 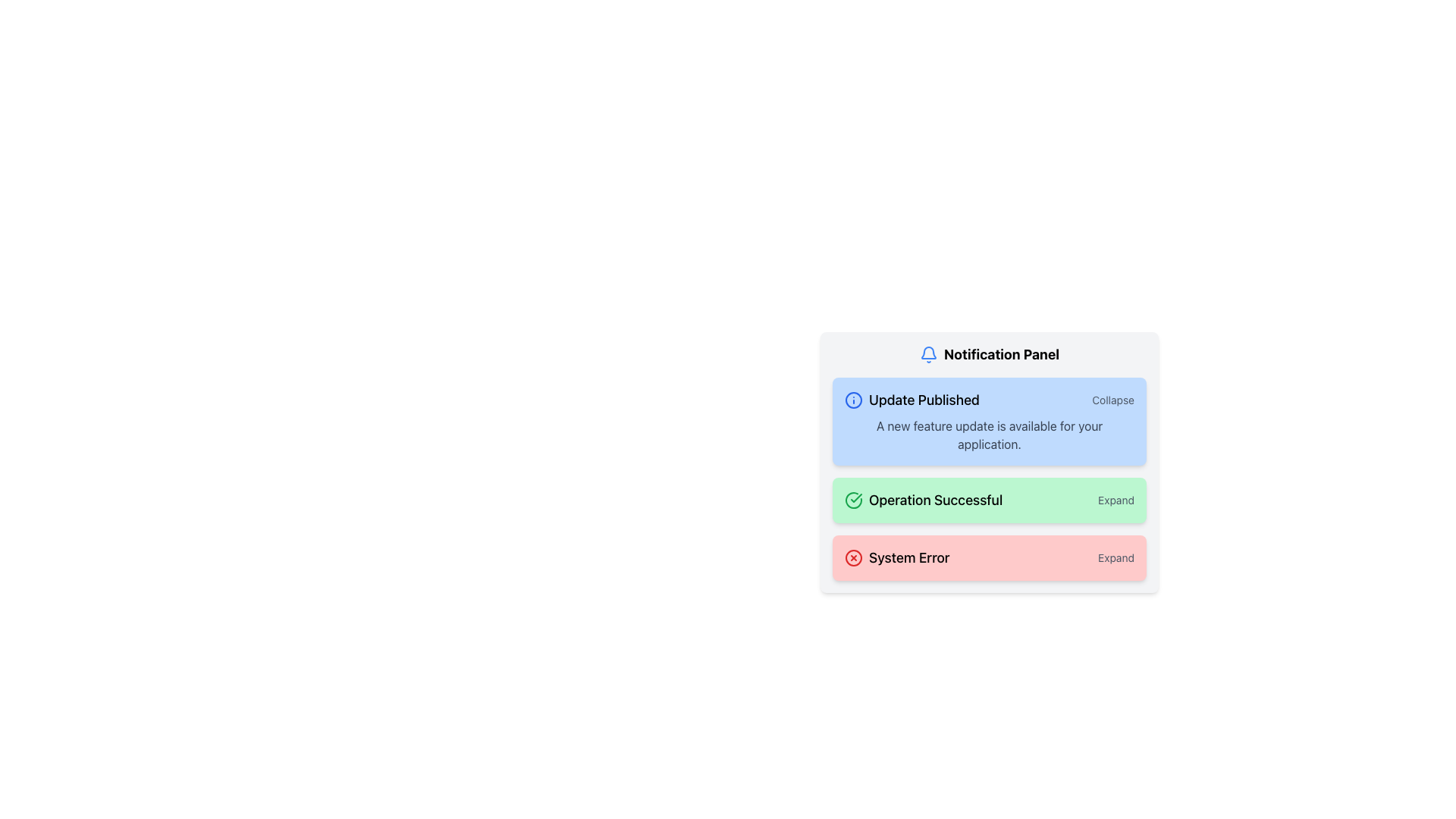 What do you see at coordinates (897, 558) in the screenshot?
I see `the error message titled 'System Error' indicated by a red color scheme and cross icon, located at the bottom of the notification panel` at bounding box center [897, 558].